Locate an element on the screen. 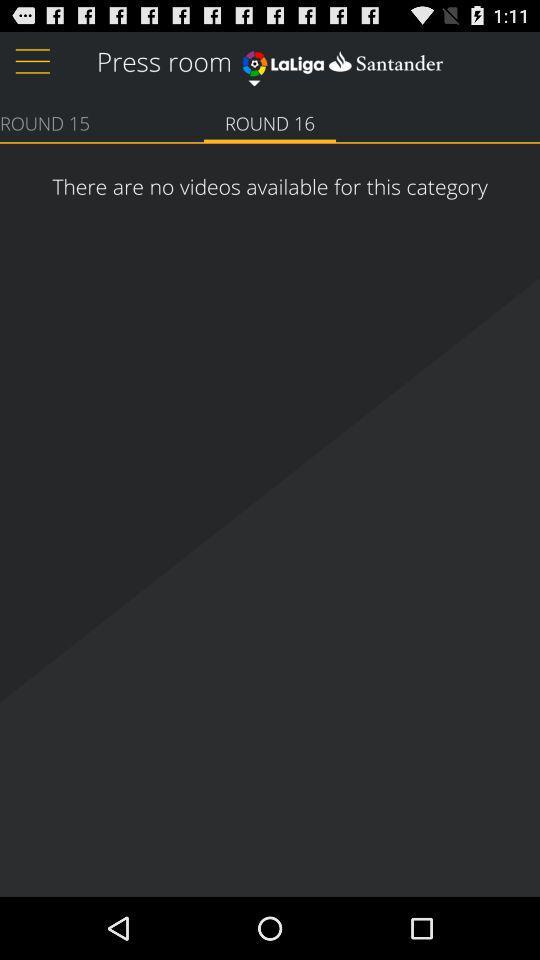 This screenshot has width=540, height=960. icon above the there are no app is located at coordinates (44, 121).